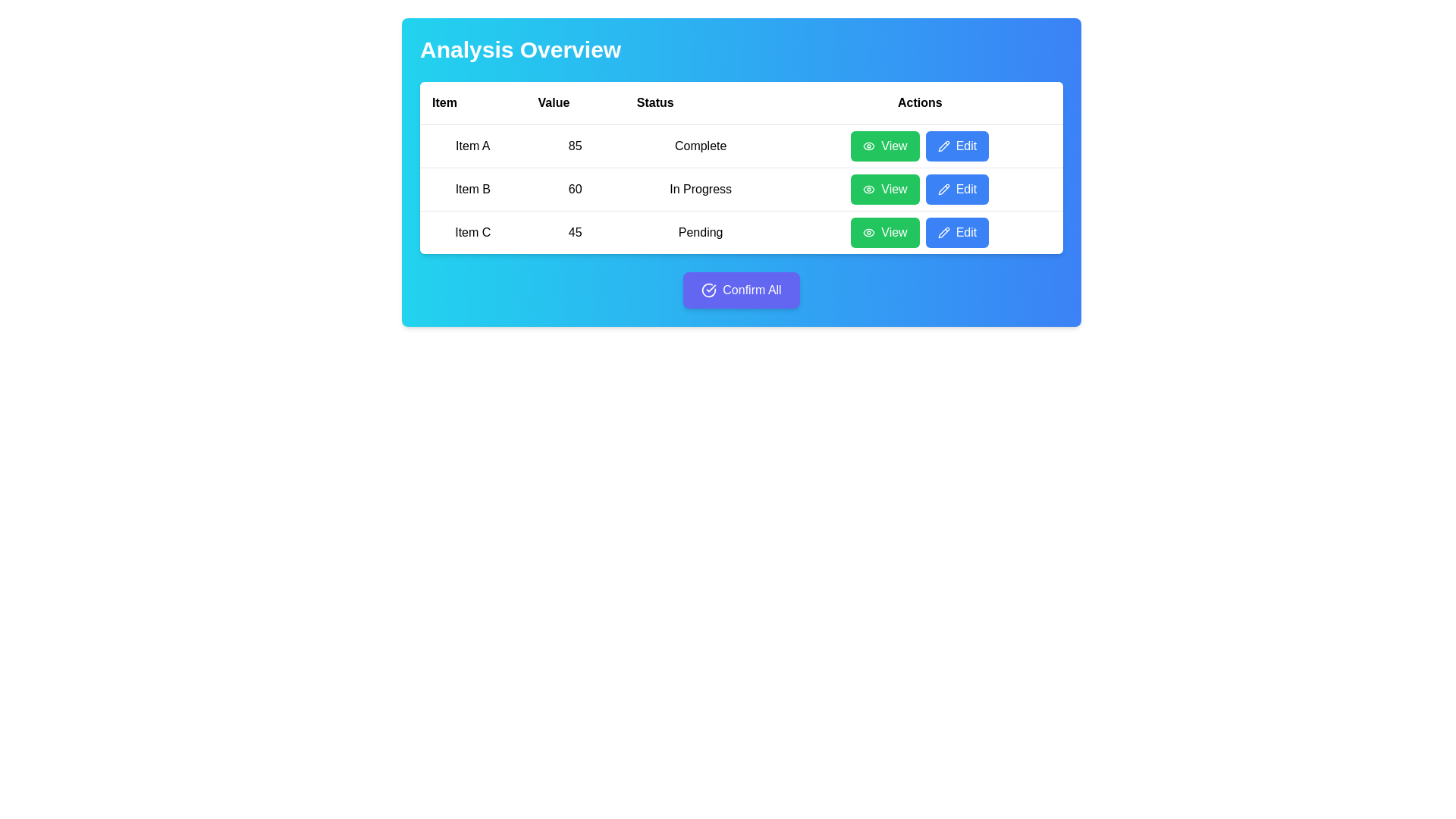 The width and height of the screenshot is (1456, 819). Describe the element at coordinates (472, 189) in the screenshot. I see `the text element displaying the identifier or name of a specific item in the second row of the table under the 'Item' column` at that location.